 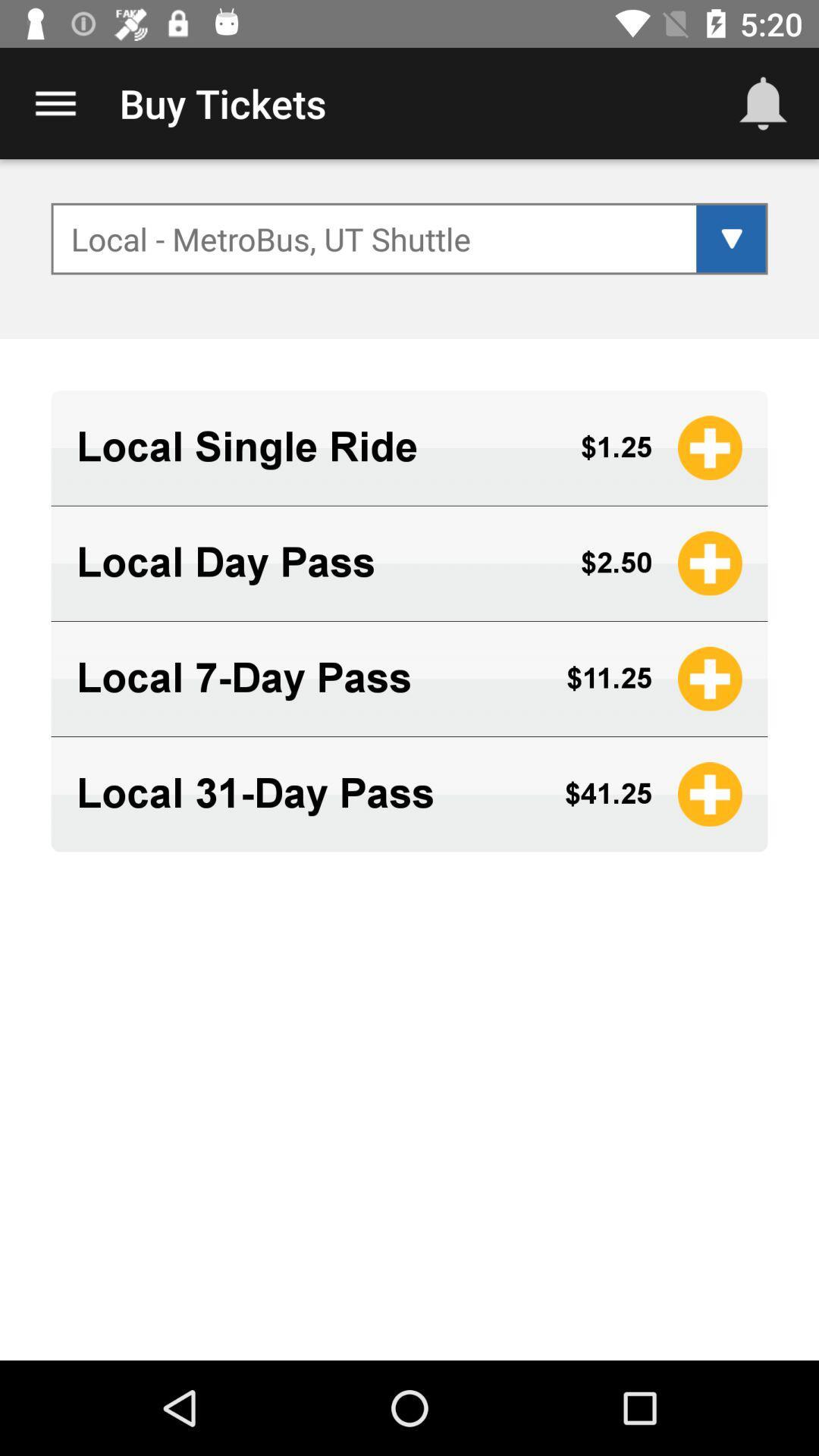 What do you see at coordinates (617, 563) in the screenshot?
I see `item below the $1.25 app` at bounding box center [617, 563].